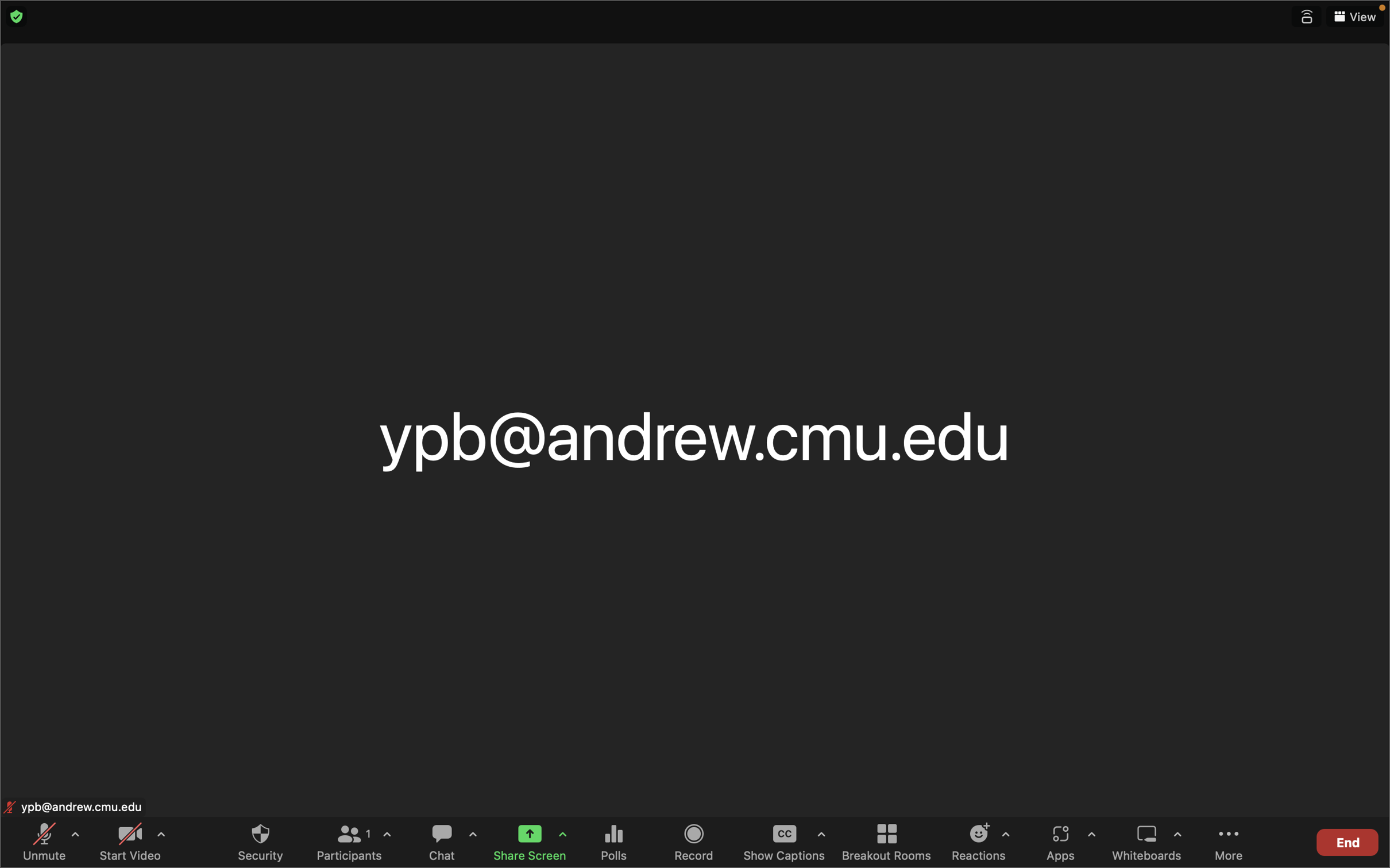 The height and width of the screenshot is (868, 1390). I want to click on the end meeting options, so click(1346, 840).